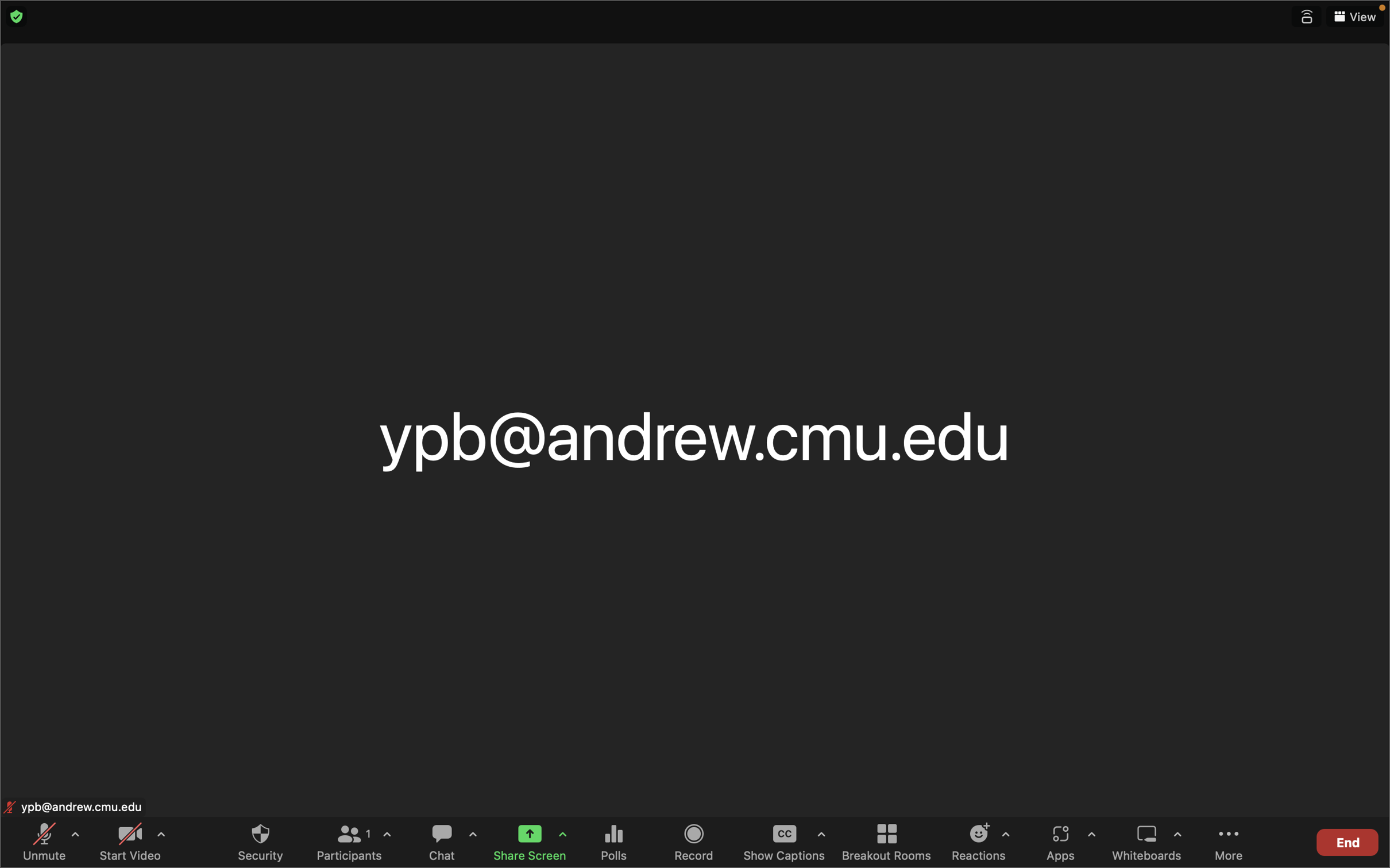 The height and width of the screenshot is (868, 1390). I want to click on the end meeting options, so click(1346, 840).